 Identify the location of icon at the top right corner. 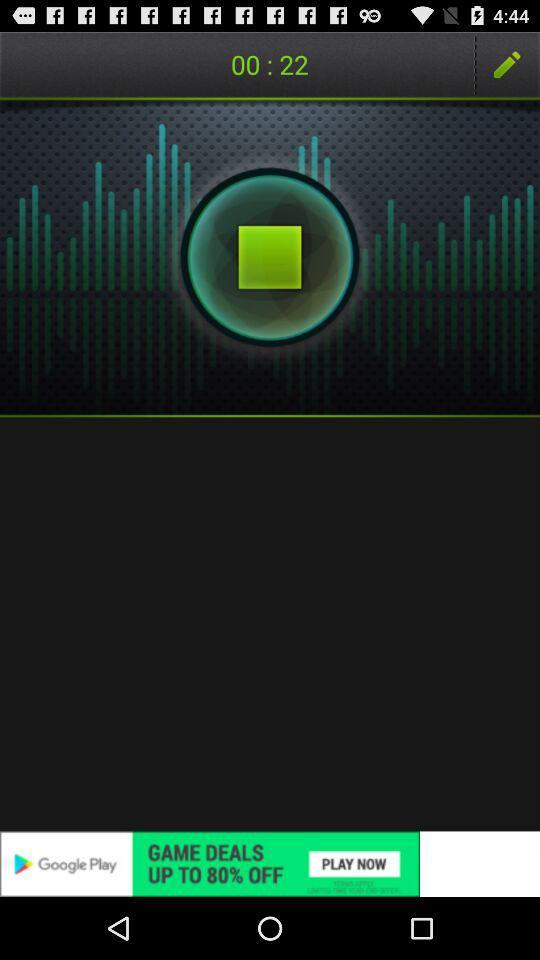
(507, 64).